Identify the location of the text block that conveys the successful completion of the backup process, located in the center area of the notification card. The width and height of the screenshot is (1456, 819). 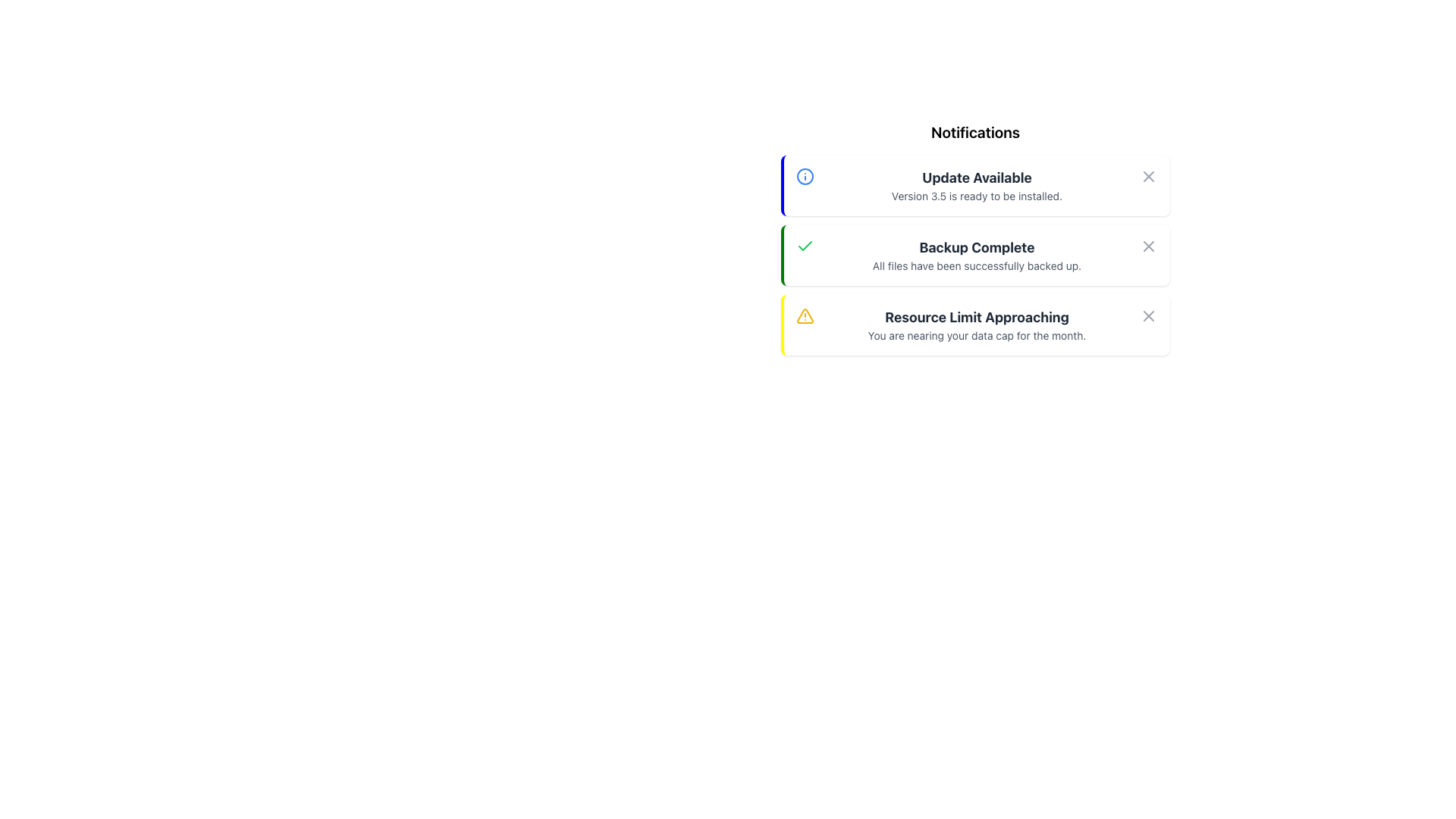
(977, 254).